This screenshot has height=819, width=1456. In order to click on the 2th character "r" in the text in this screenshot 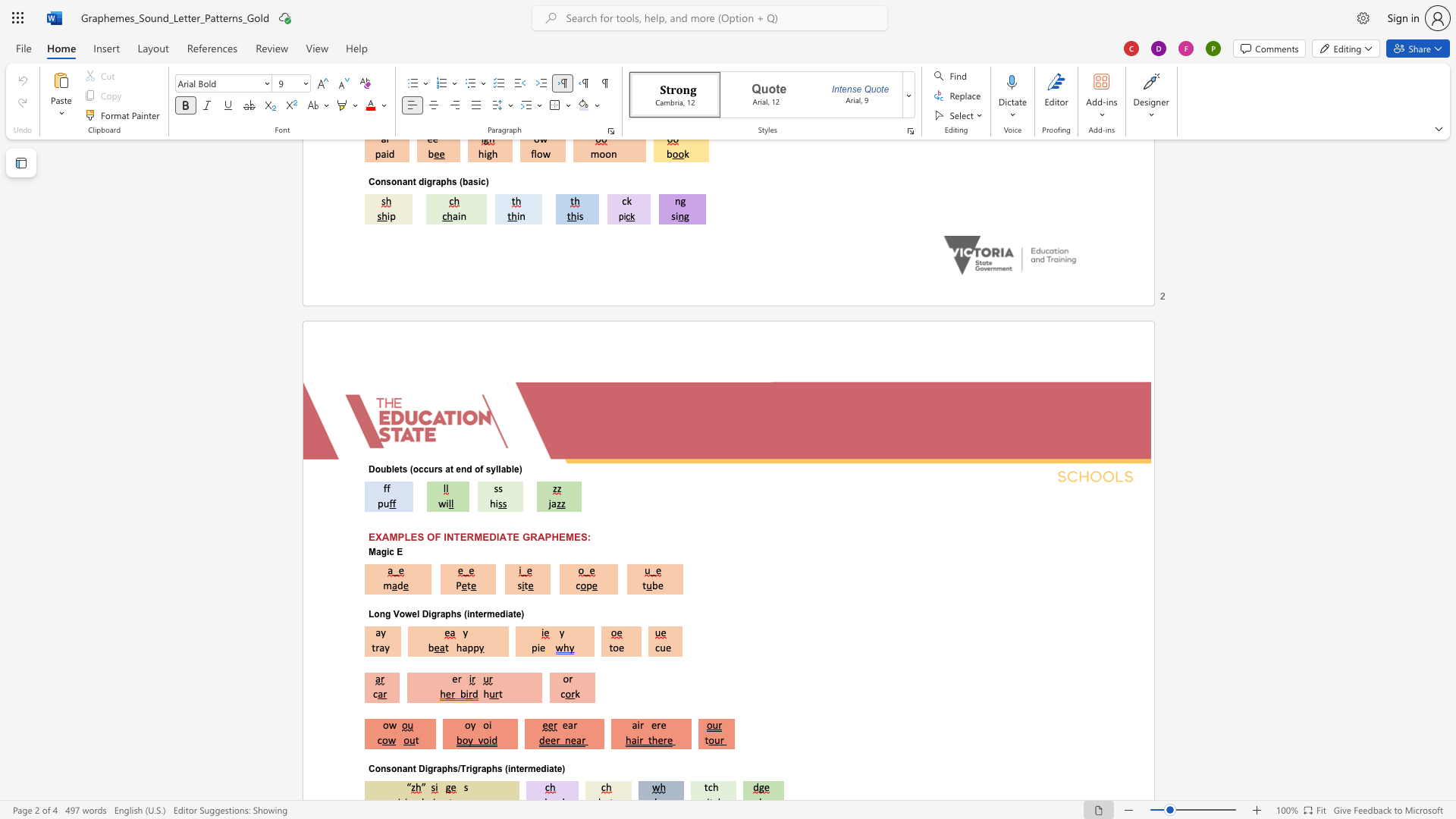, I will do `click(658, 724)`.